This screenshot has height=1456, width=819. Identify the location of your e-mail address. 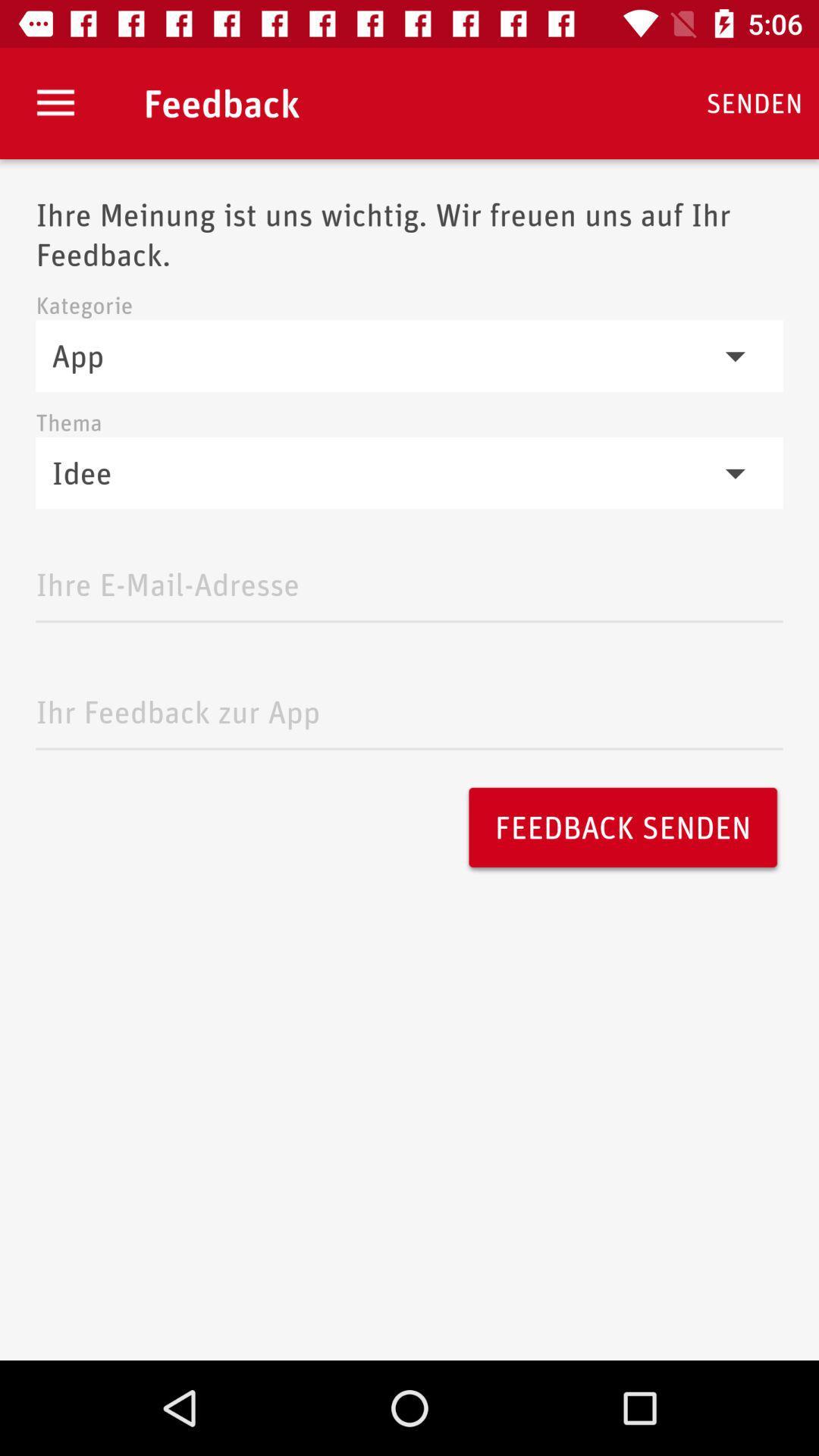
(409, 579).